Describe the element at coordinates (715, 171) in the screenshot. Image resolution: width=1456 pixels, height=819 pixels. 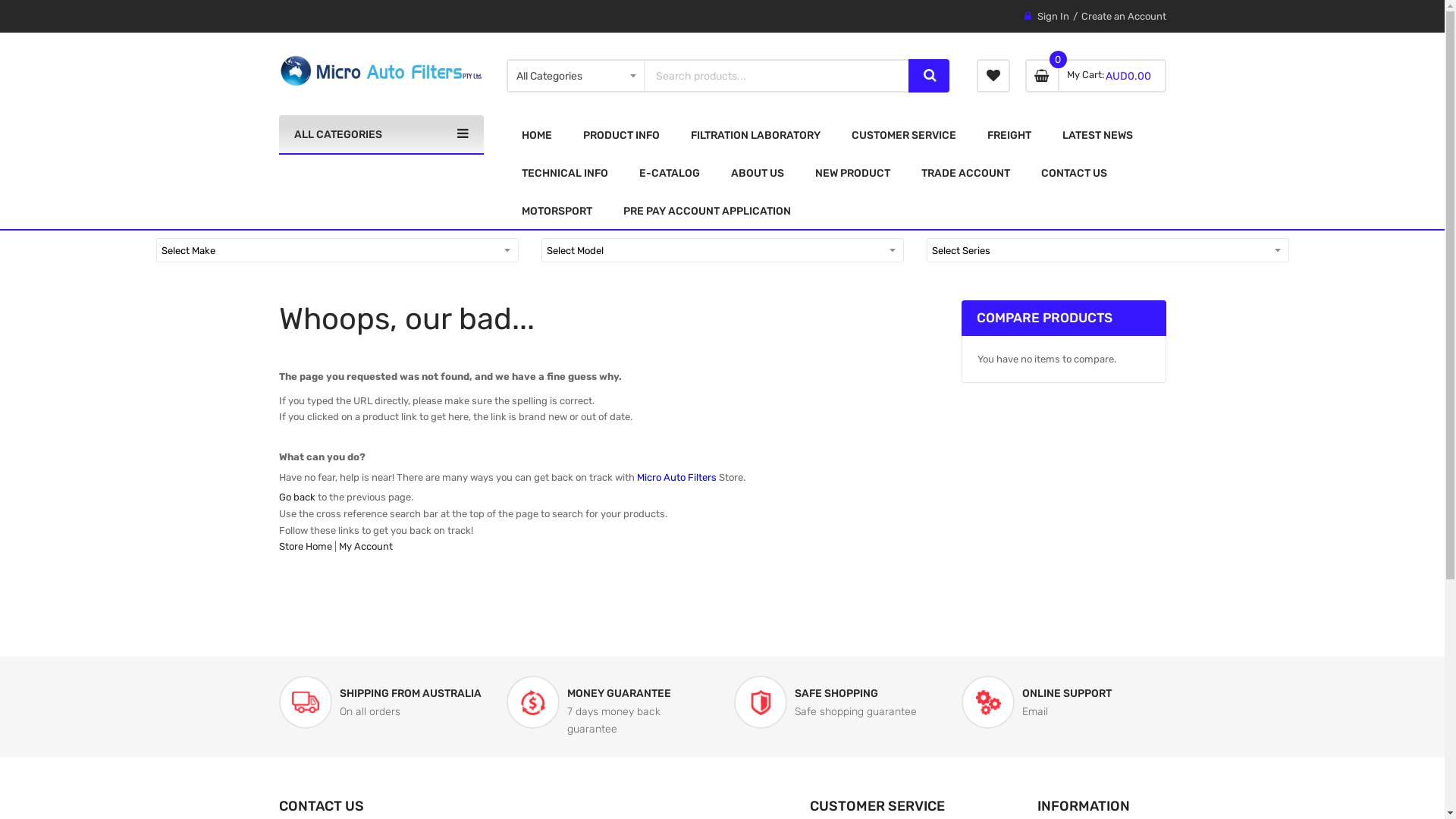
I see `'ABOUT US'` at that location.